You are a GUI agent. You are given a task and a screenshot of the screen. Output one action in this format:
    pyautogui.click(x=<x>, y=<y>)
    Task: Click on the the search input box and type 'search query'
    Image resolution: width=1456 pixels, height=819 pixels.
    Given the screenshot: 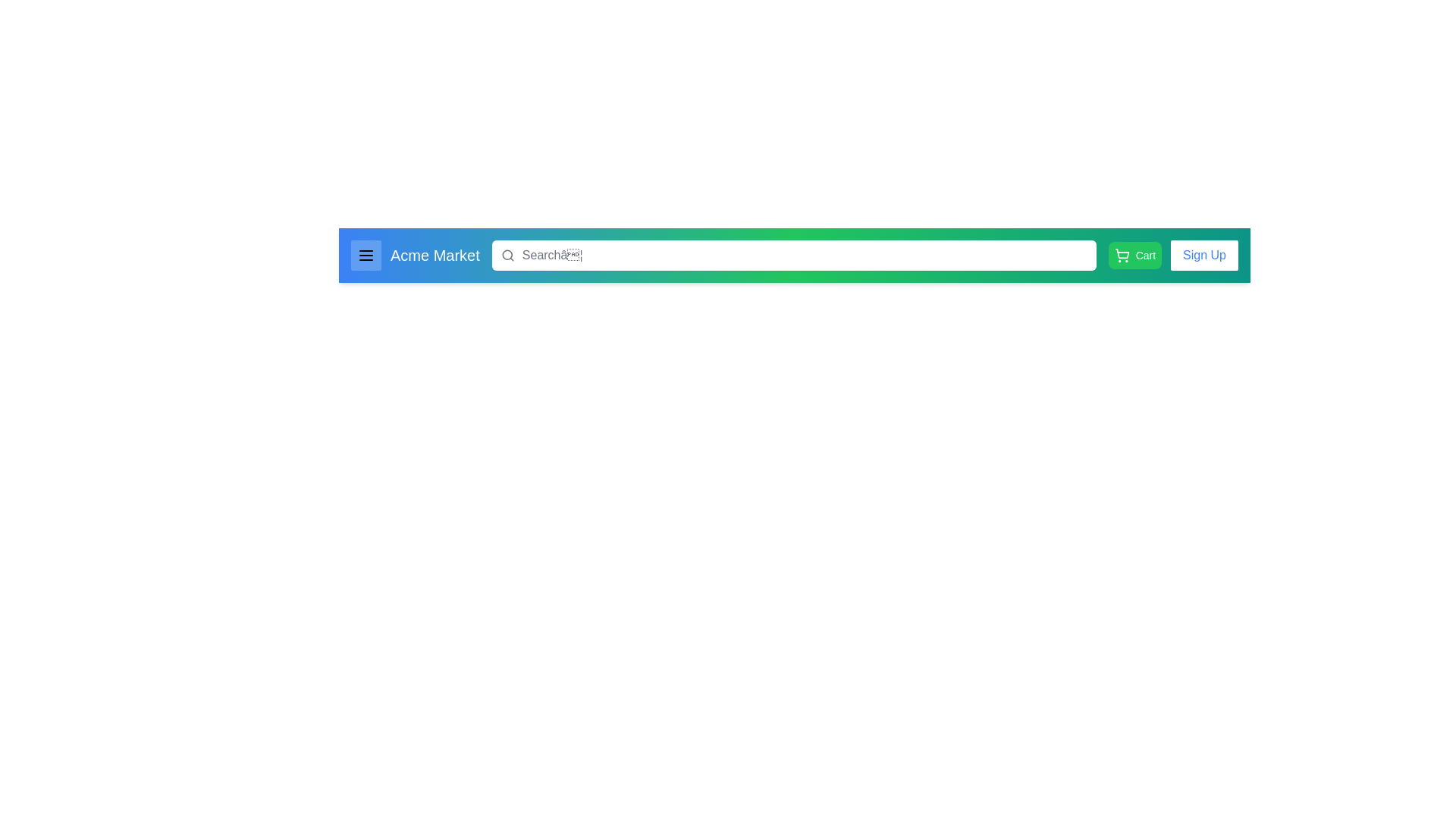 What is the action you would take?
    pyautogui.click(x=792, y=254)
    